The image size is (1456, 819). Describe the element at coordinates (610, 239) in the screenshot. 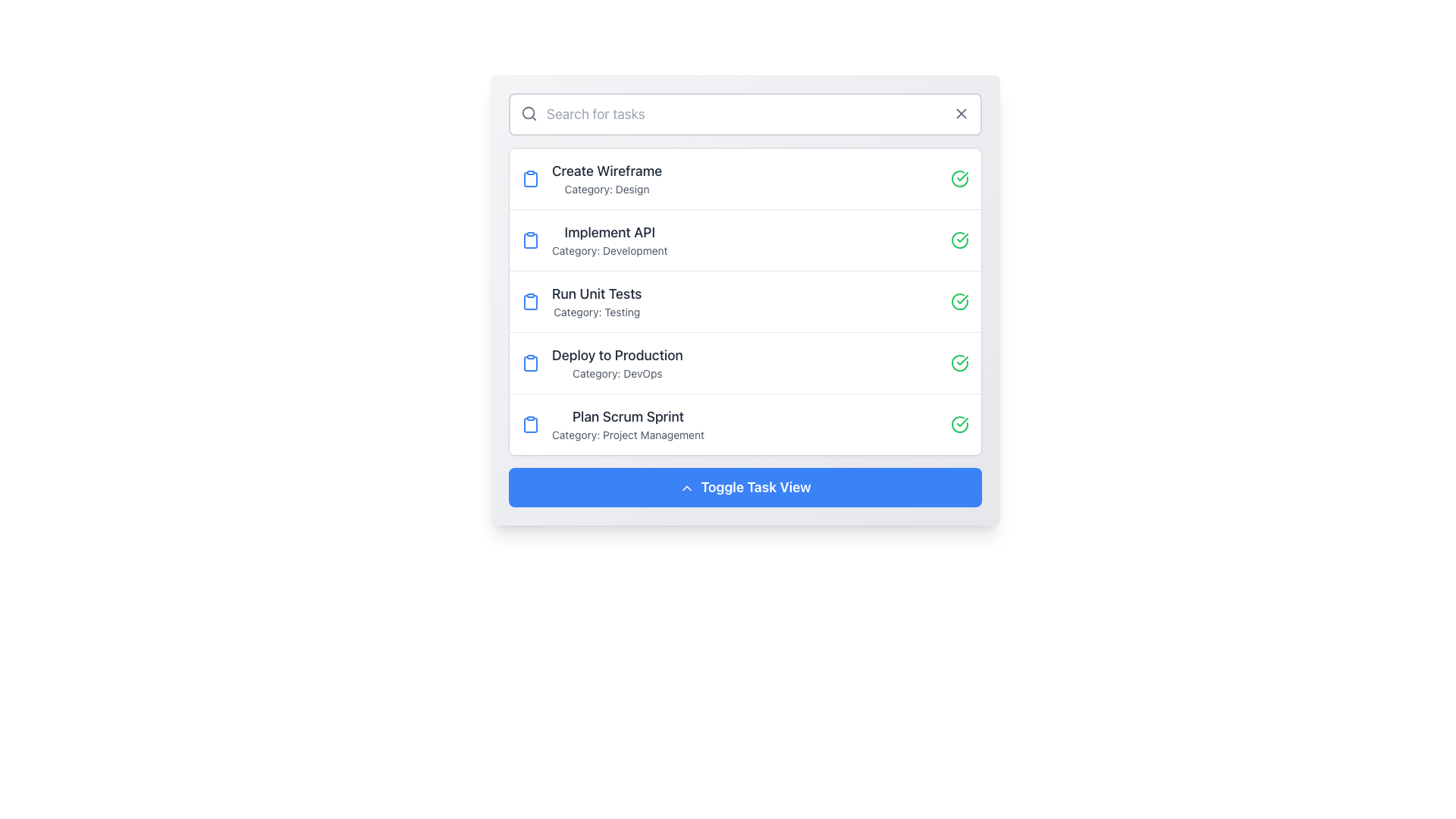

I see `the task card titled 'Implement API'` at that location.